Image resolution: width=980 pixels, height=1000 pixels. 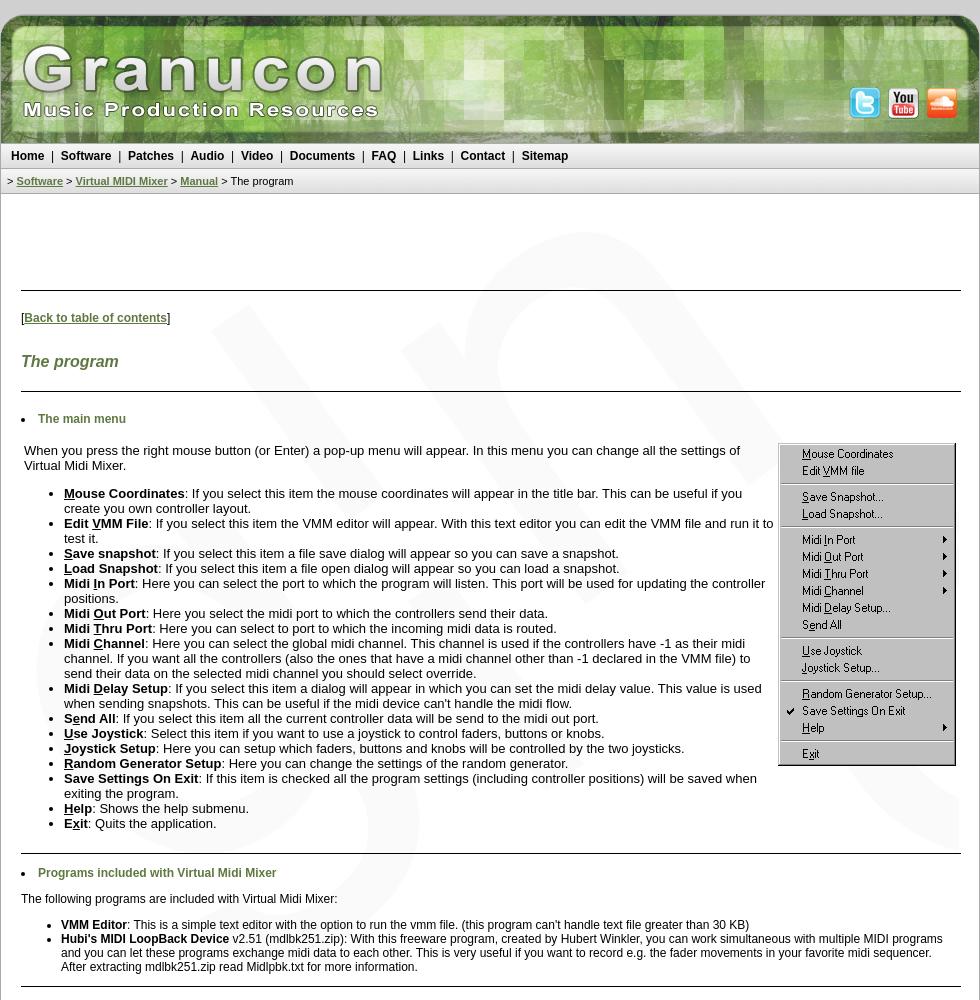 What do you see at coordinates (520, 156) in the screenshot?
I see `'Sitemap'` at bounding box center [520, 156].